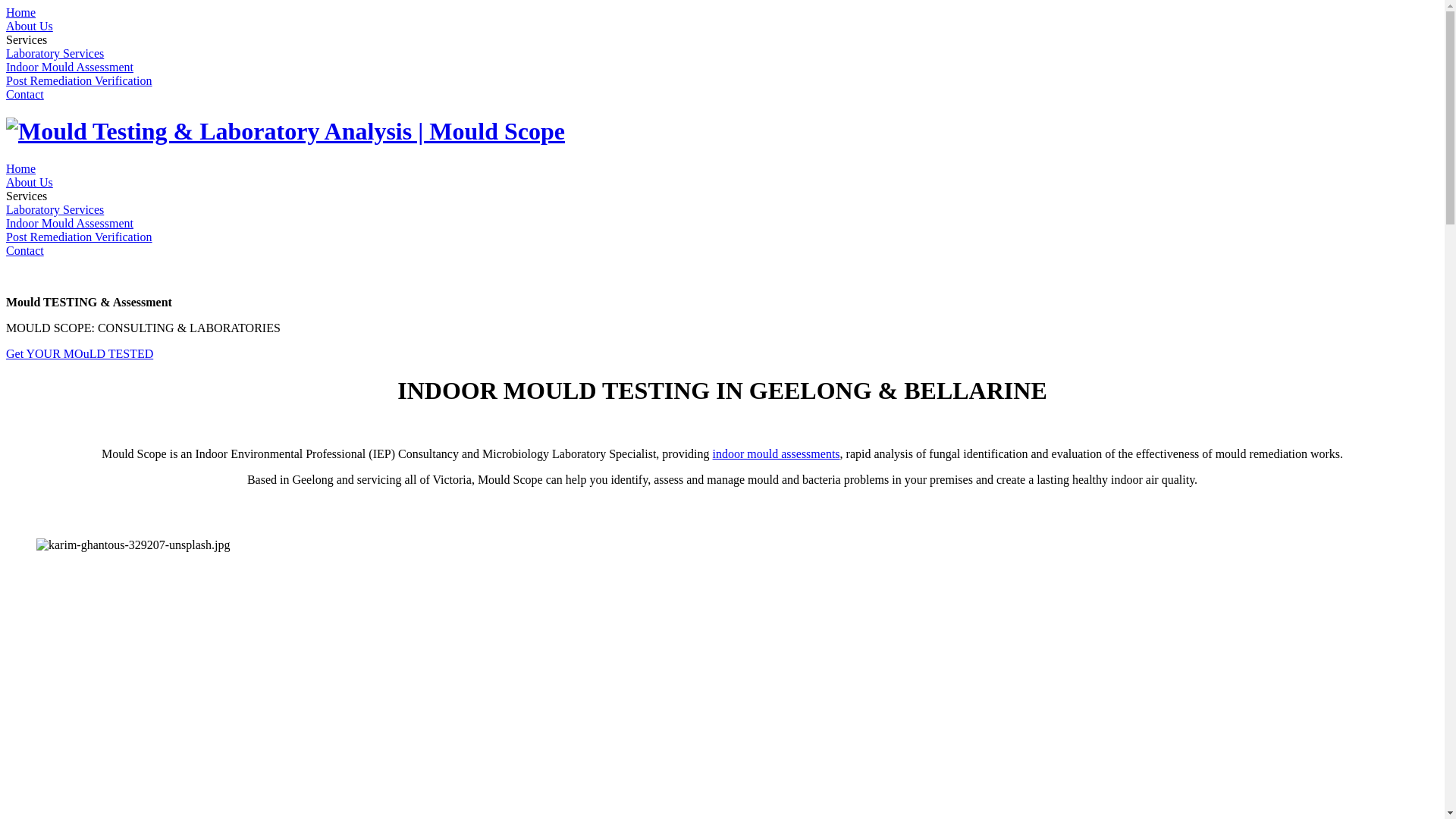 This screenshot has width=1456, height=819. Describe the element at coordinates (68, 66) in the screenshot. I see `'Indoor Mould Assessment'` at that location.